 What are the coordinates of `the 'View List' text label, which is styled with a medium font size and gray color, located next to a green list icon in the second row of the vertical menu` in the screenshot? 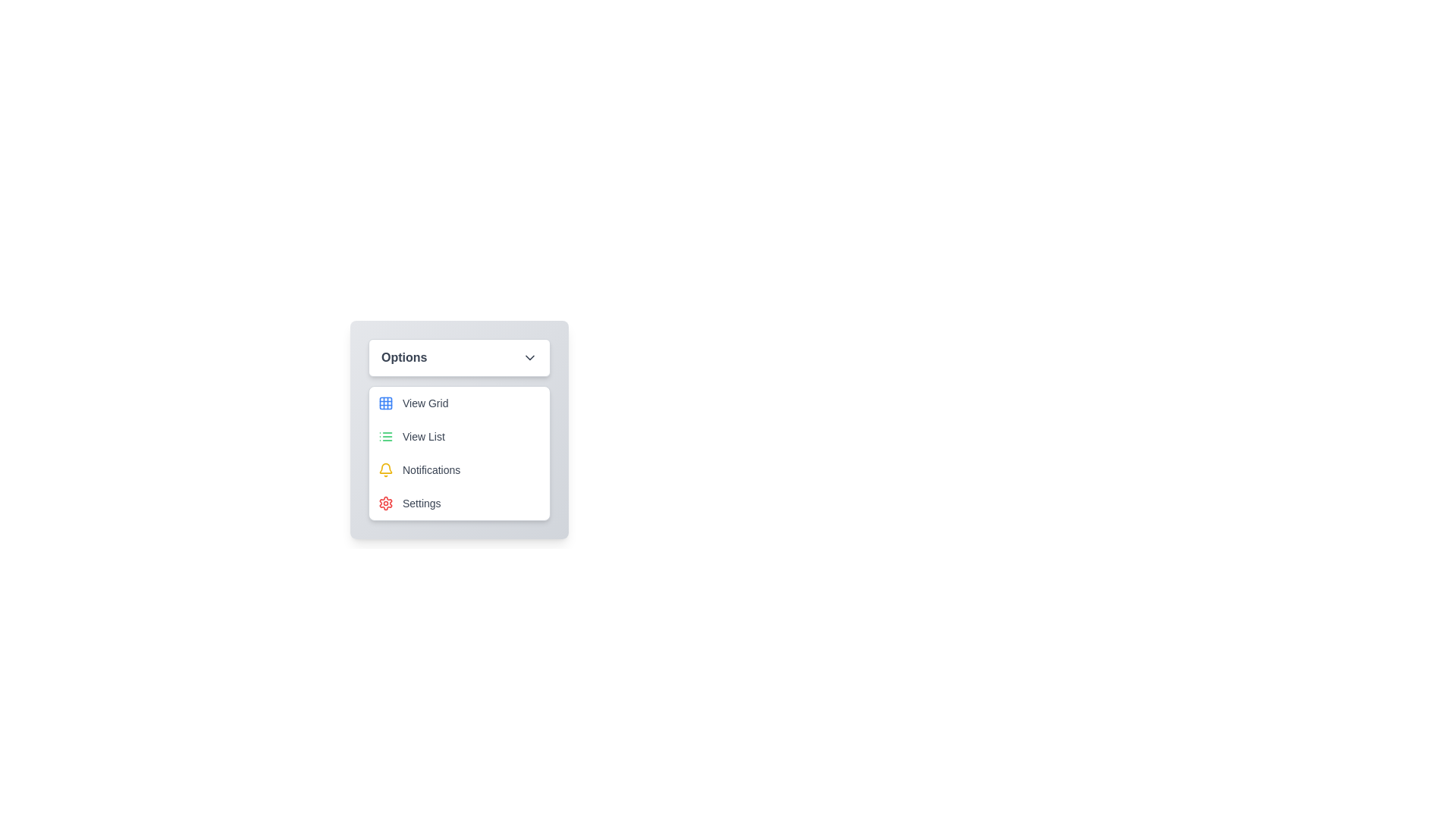 It's located at (423, 436).